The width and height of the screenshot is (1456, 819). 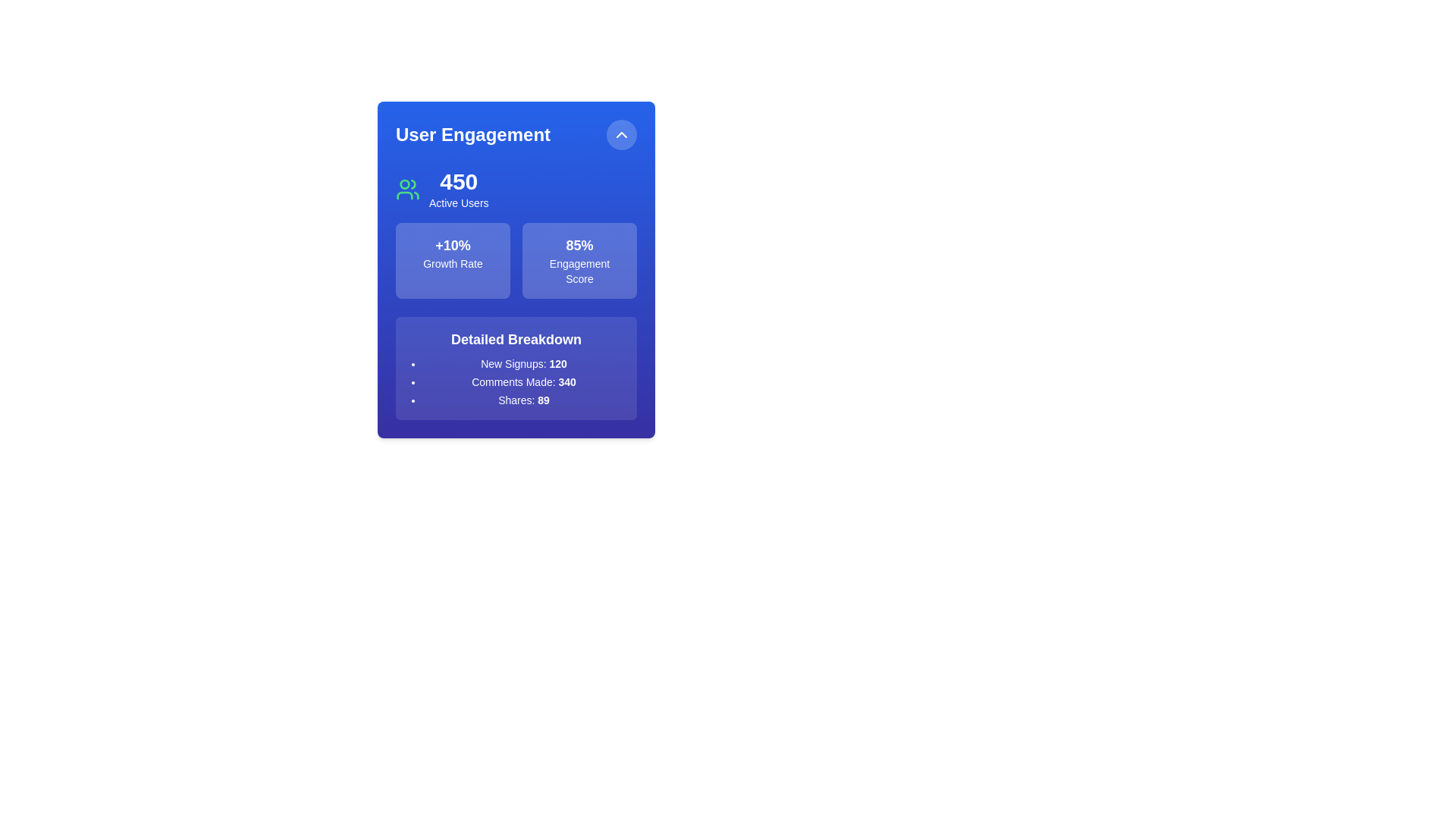 What do you see at coordinates (566, 381) in the screenshot?
I see `the numerical value '340' styled in white typography against a blue background, located under the 'Detailed Breakdown' section to interact with further details` at bounding box center [566, 381].